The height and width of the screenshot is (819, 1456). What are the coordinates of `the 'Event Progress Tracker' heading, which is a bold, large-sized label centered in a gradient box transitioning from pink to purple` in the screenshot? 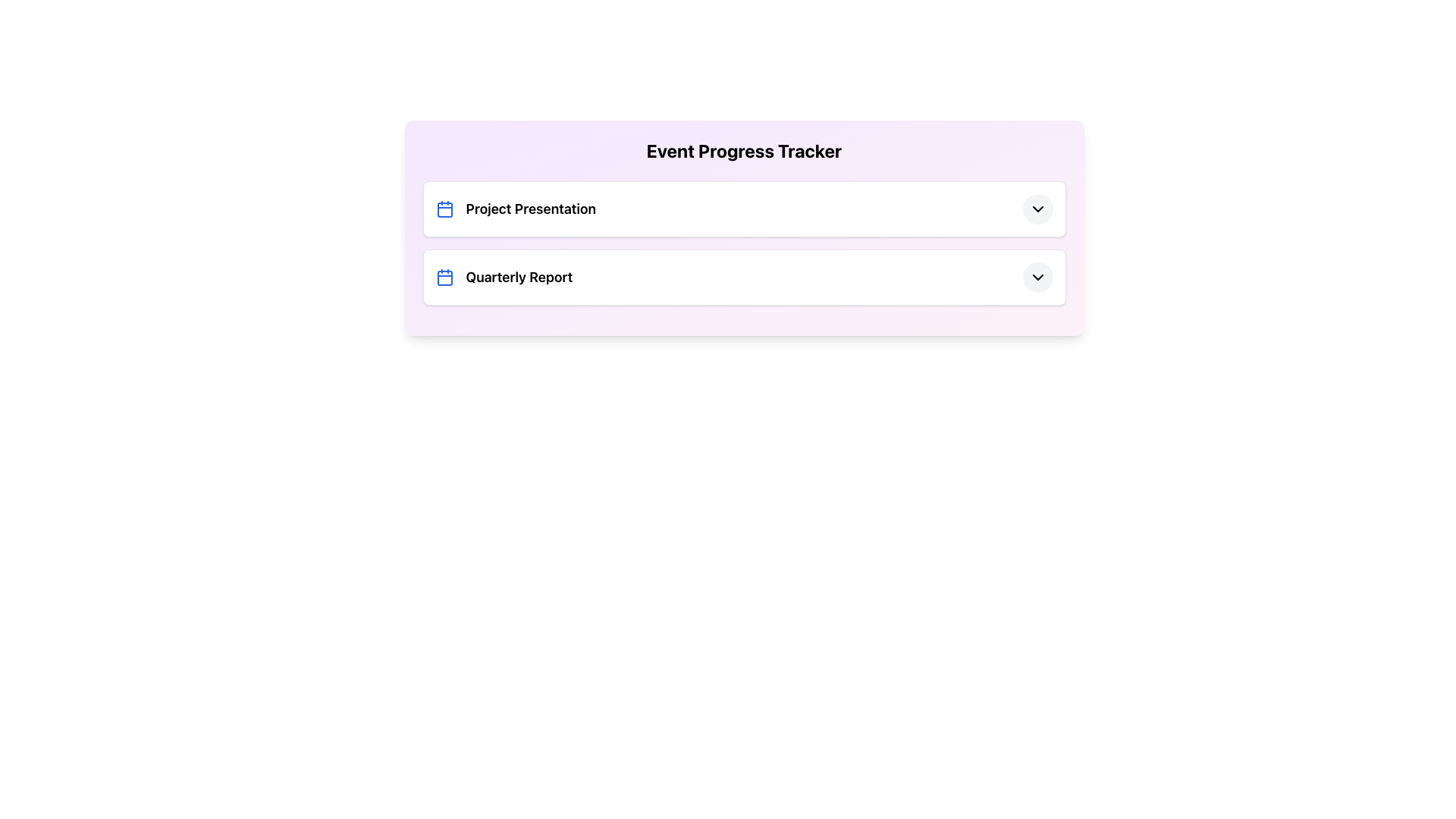 It's located at (744, 151).